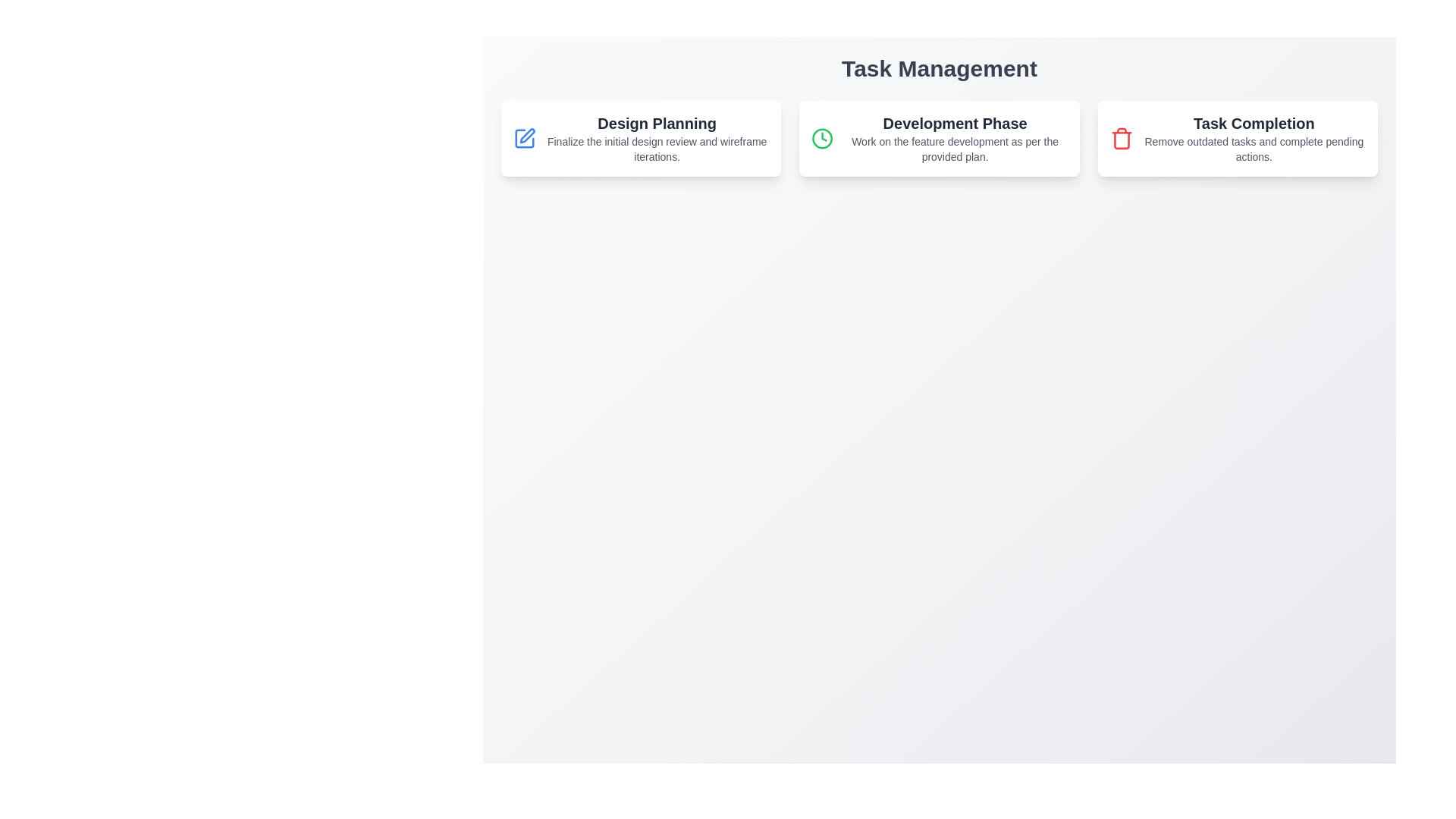 The width and height of the screenshot is (1456, 819). What do you see at coordinates (954, 122) in the screenshot?
I see `the Label or Heading that serves as a title or identifier for the content below it in the middle card of a three-card layout, positioned above its descriptive text and centrally aligned` at bounding box center [954, 122].